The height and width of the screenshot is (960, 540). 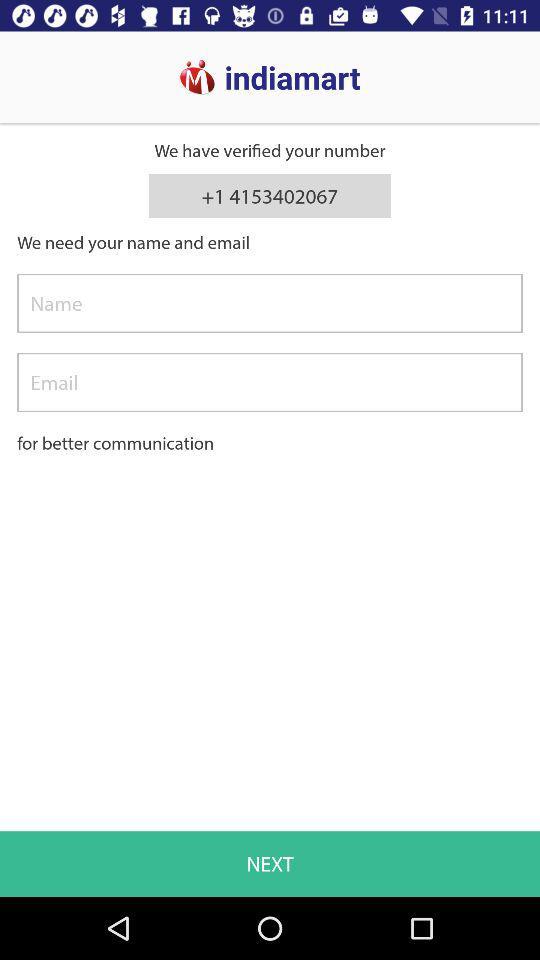 What do you see at coordinates (270, 381) in the screenshot?
I see `your email` at bounding box center [270, 381].